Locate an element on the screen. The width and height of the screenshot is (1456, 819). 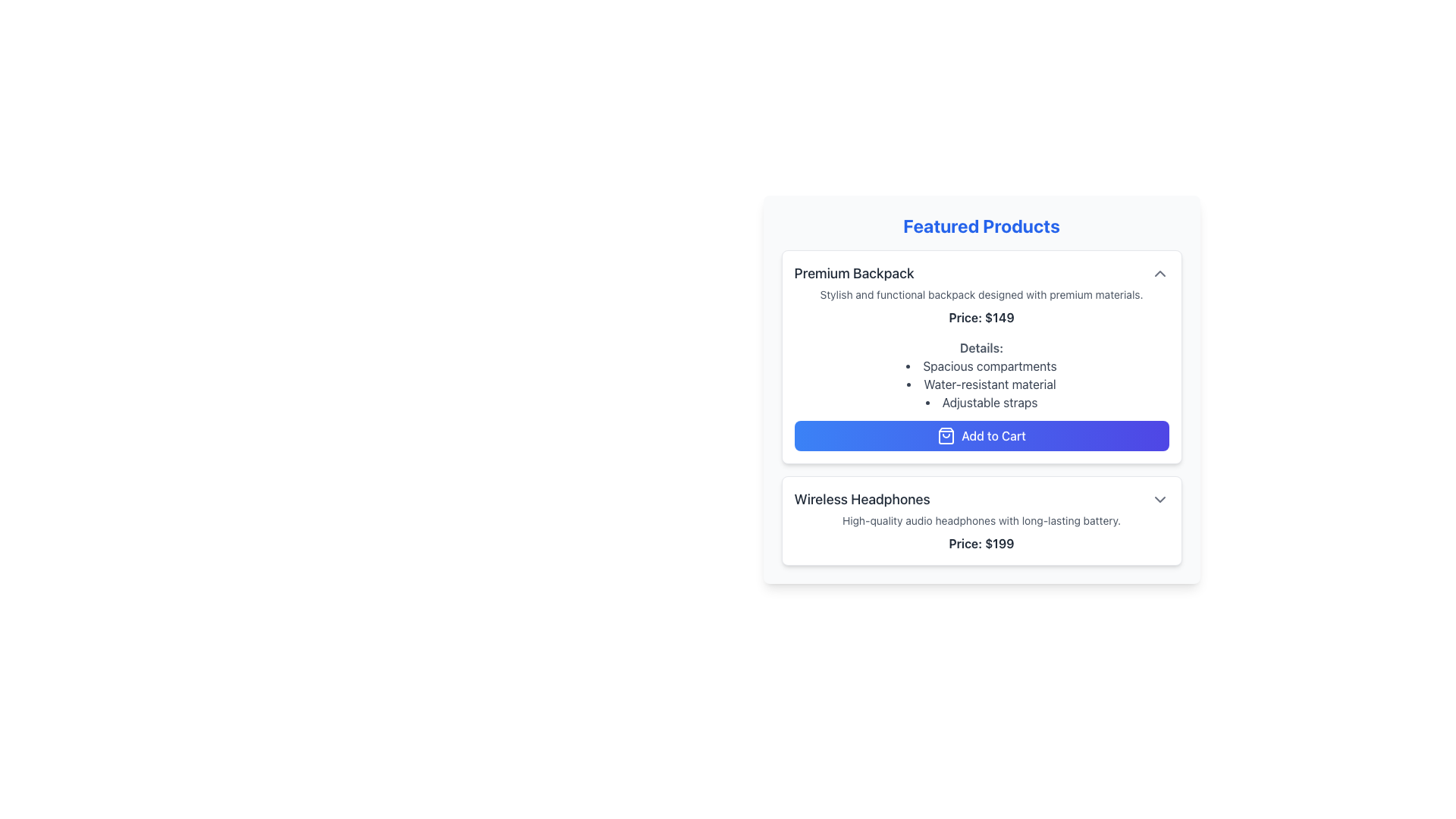
the dropdown toggle button, which is a gray outlined downward-facing chevron icon located on the far right of the Wireless Headphones section header is located at coordinates (1159, 500).